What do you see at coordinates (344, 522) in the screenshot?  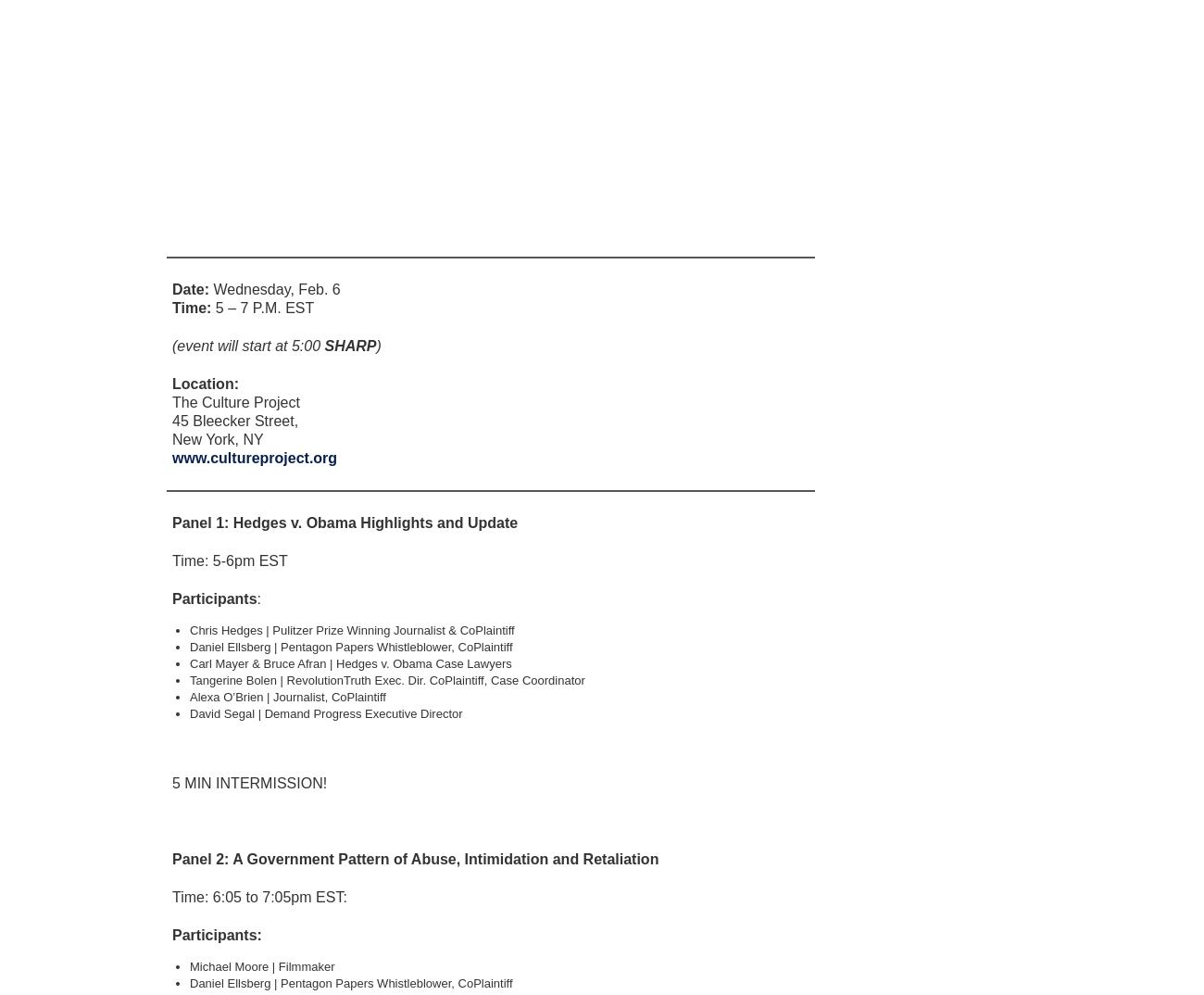 I see `'Panel 1: Hedges v. Obama Highlights and Update'` at bounding box center [344, 522].